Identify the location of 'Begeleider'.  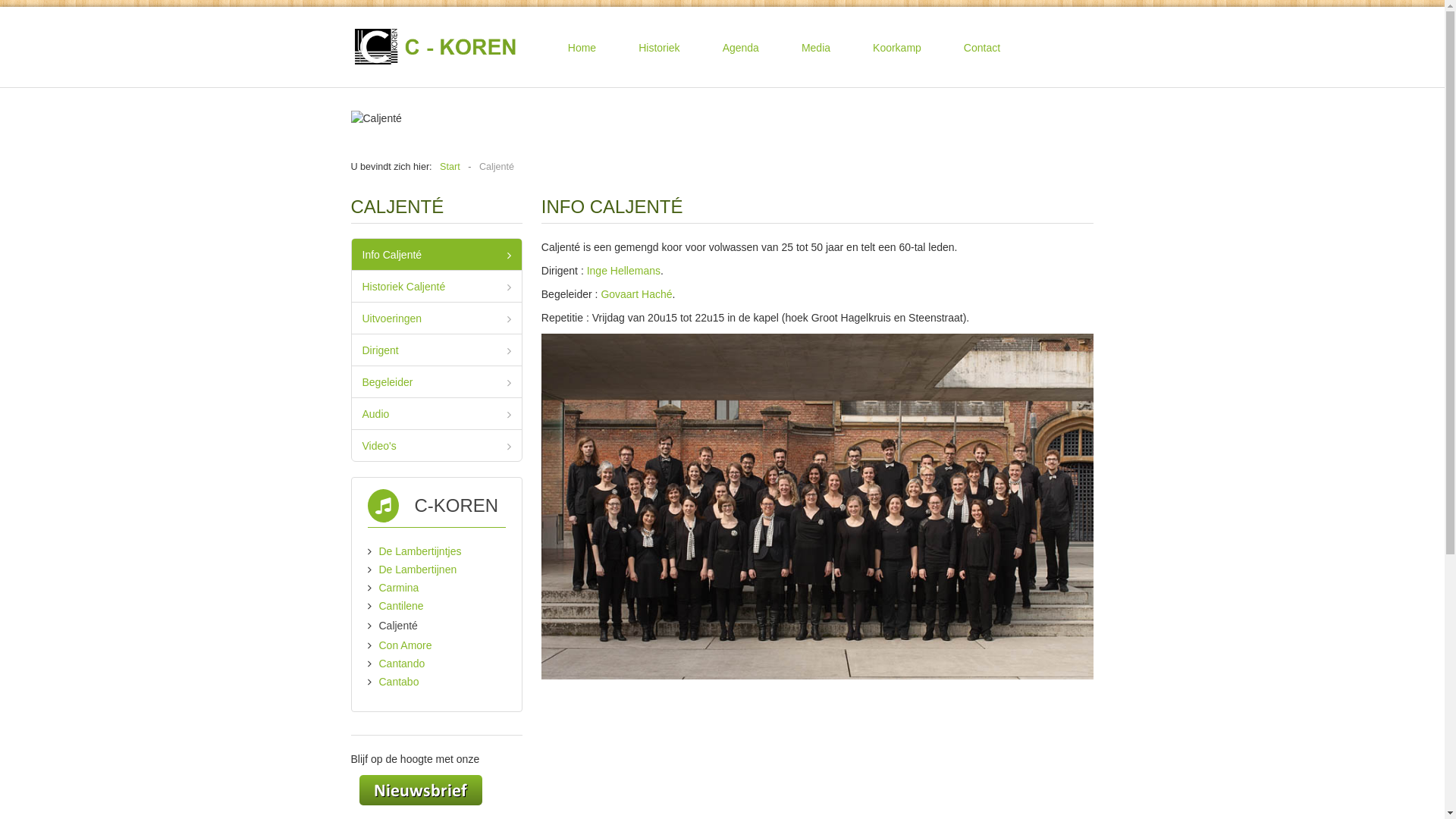
(351, 381).